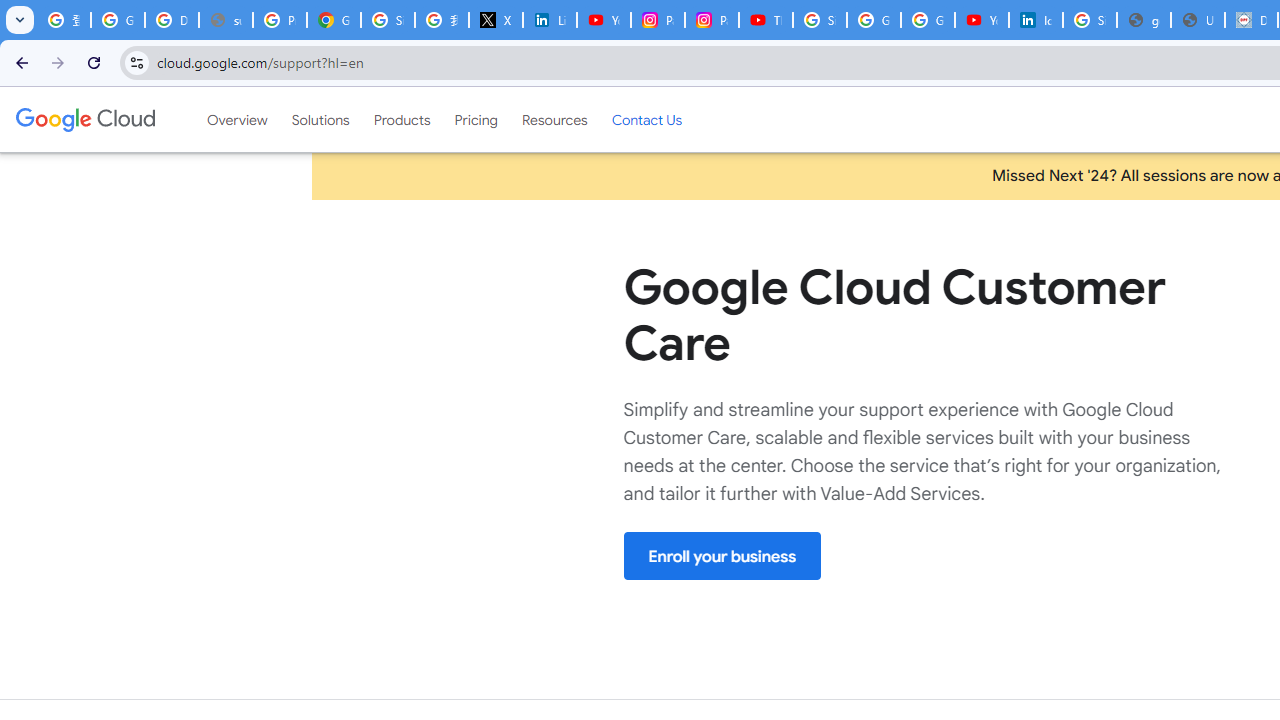 The width and height of the screenshot is (1280, 720). What do you see at coordinates (320, 119) in the screenshot?
I see `'Solutions'` at bounding box center [320, 119].